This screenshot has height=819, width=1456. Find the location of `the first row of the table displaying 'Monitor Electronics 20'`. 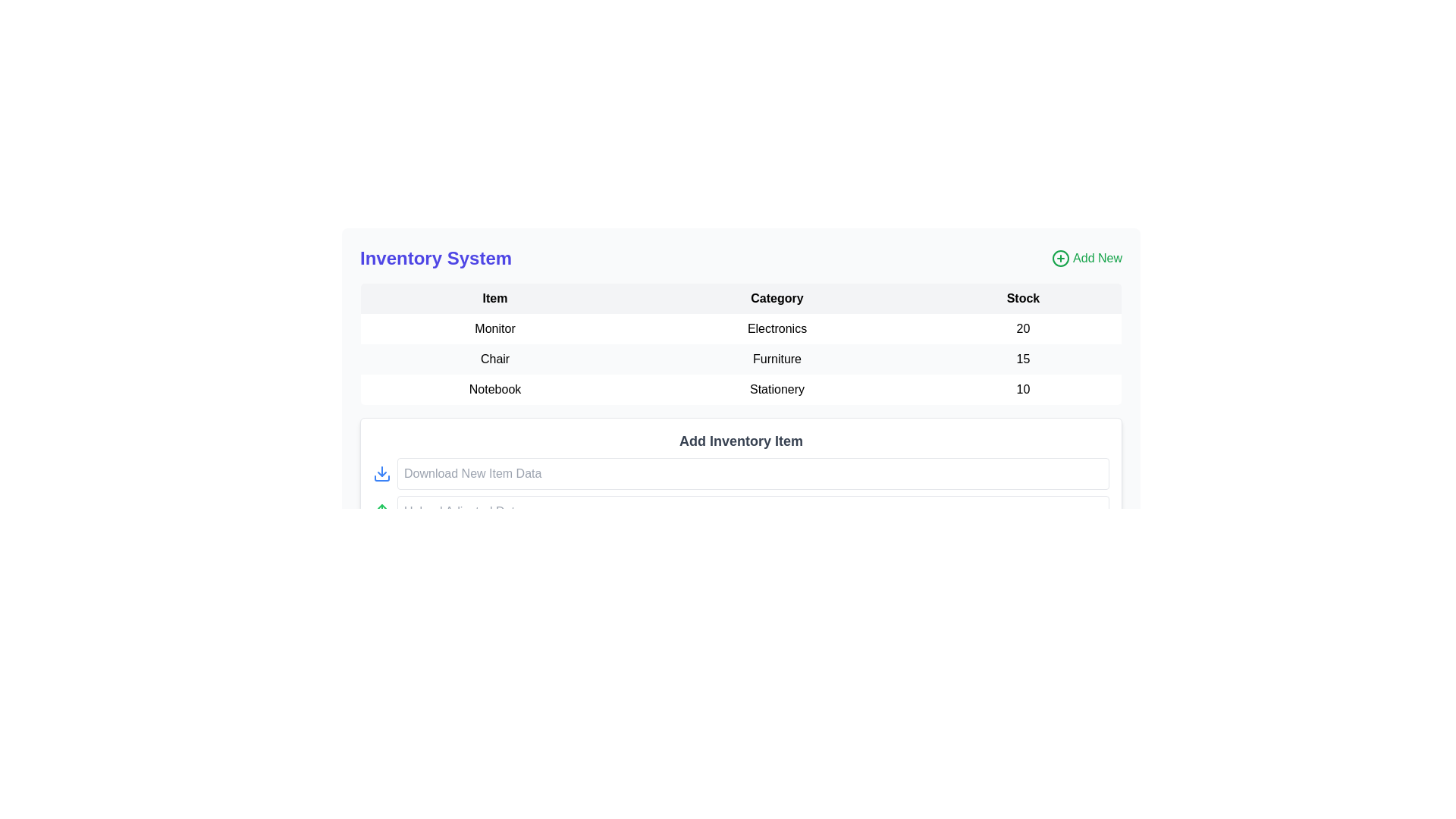

the first row of the table displaying 'Monitor Electronics 20' is located at coordinates (741, 328).